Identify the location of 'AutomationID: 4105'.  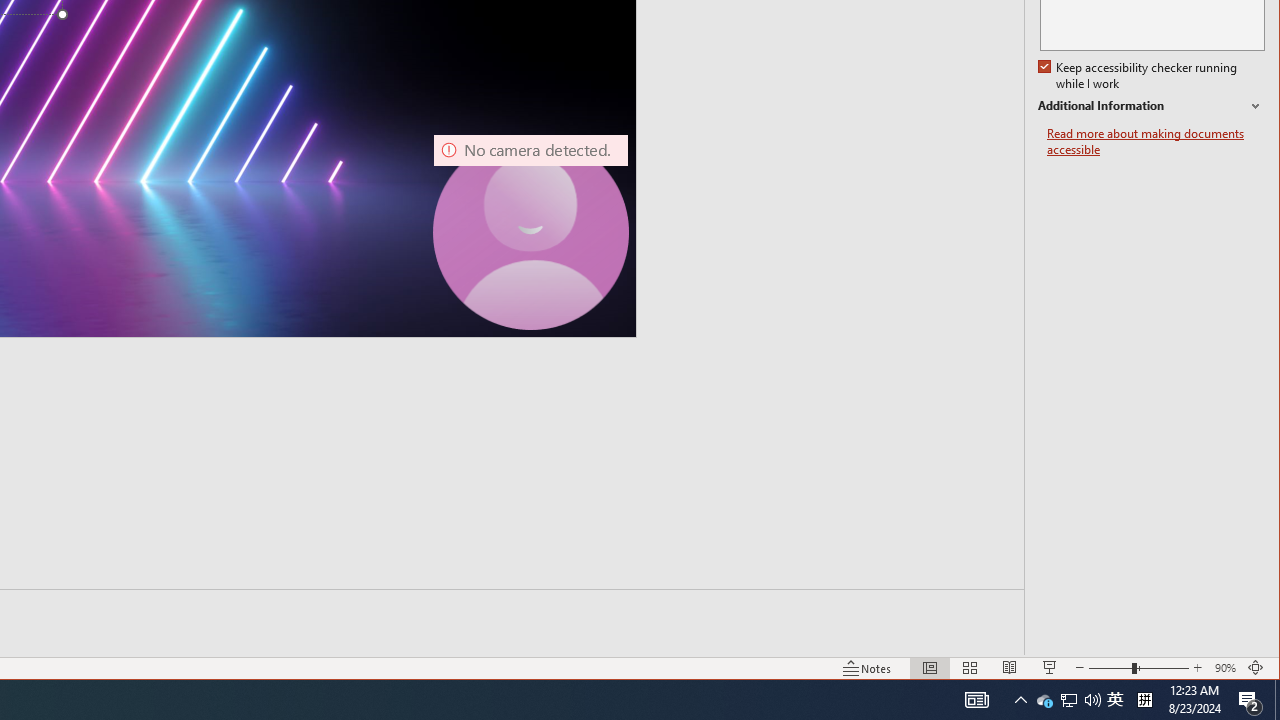
(977, 698).